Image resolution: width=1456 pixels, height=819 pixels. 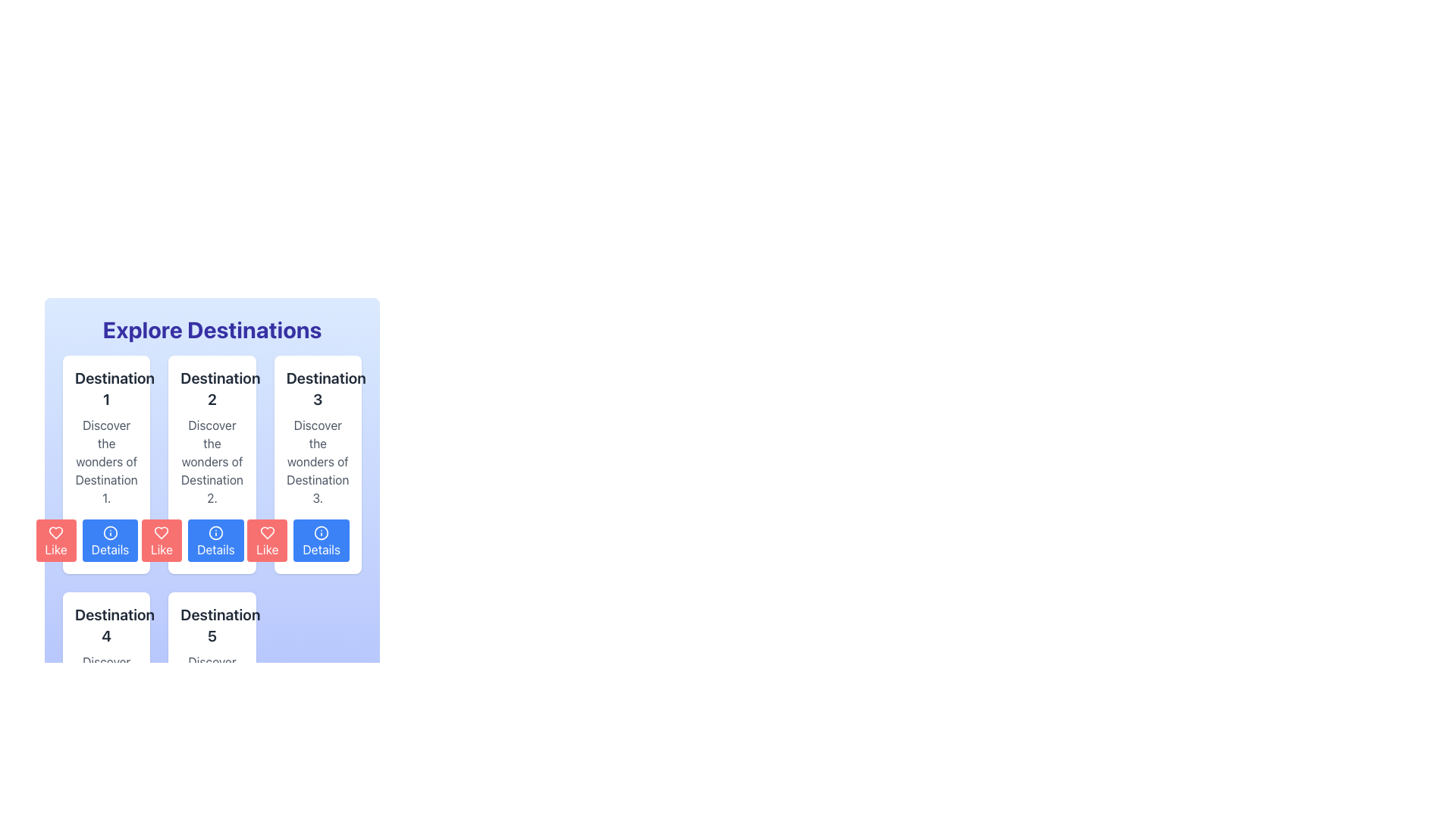 What do you see at coordinates (317, 461) in the screenshot?
I see `the text block that reads 'Discover the wonders of Destination 3.' which is located within the third card of destination cards, below the 'Destination 3' title and above the 'Like' and 'Details' buttons` at bounding box center [317, 461].